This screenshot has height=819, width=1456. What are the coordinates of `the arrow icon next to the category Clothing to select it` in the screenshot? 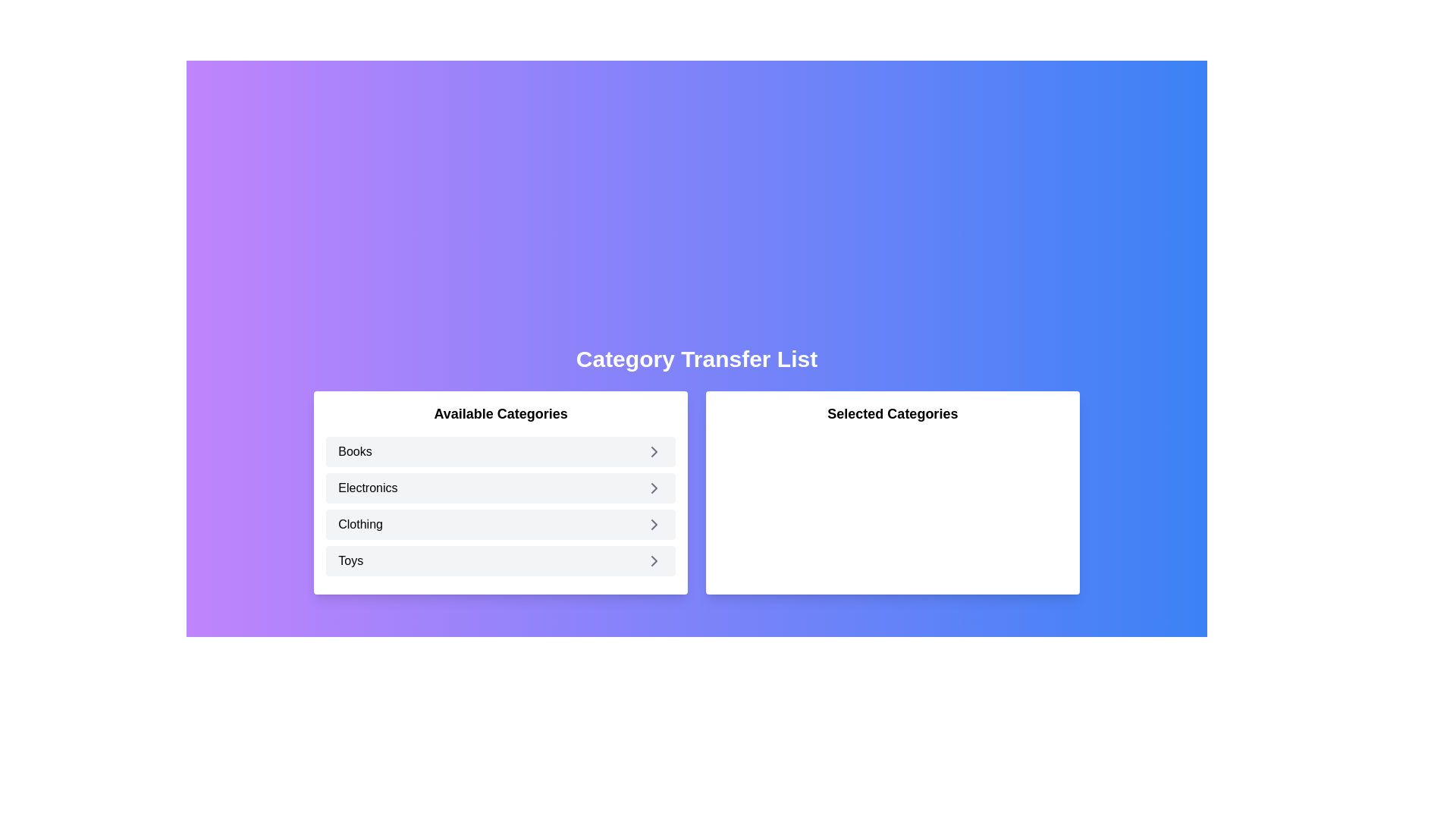 It's located at (654, 523).